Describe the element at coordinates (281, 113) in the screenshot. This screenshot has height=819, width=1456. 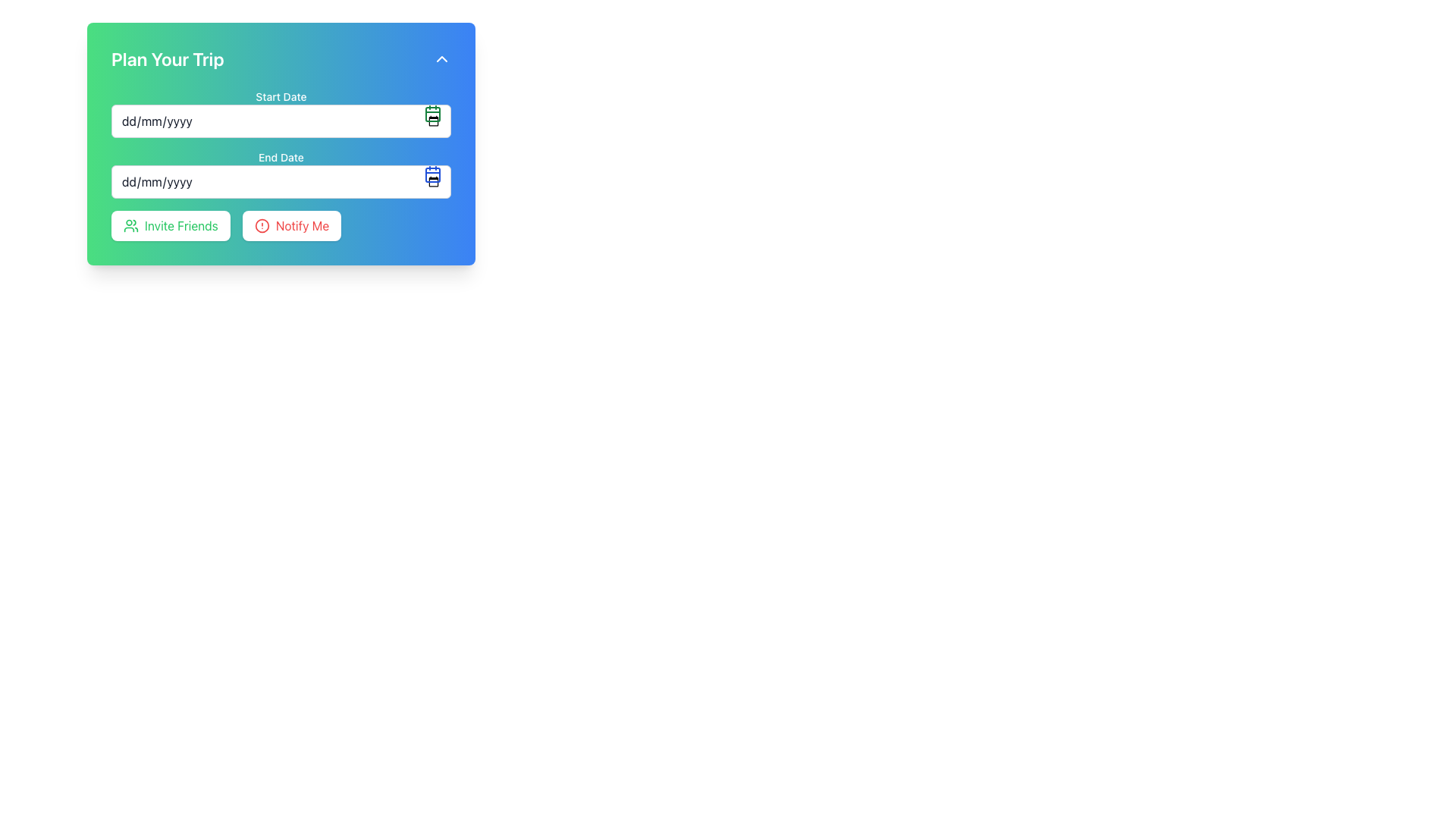
I see `the 'Start Date' date input field to focus it for user input` at that location.